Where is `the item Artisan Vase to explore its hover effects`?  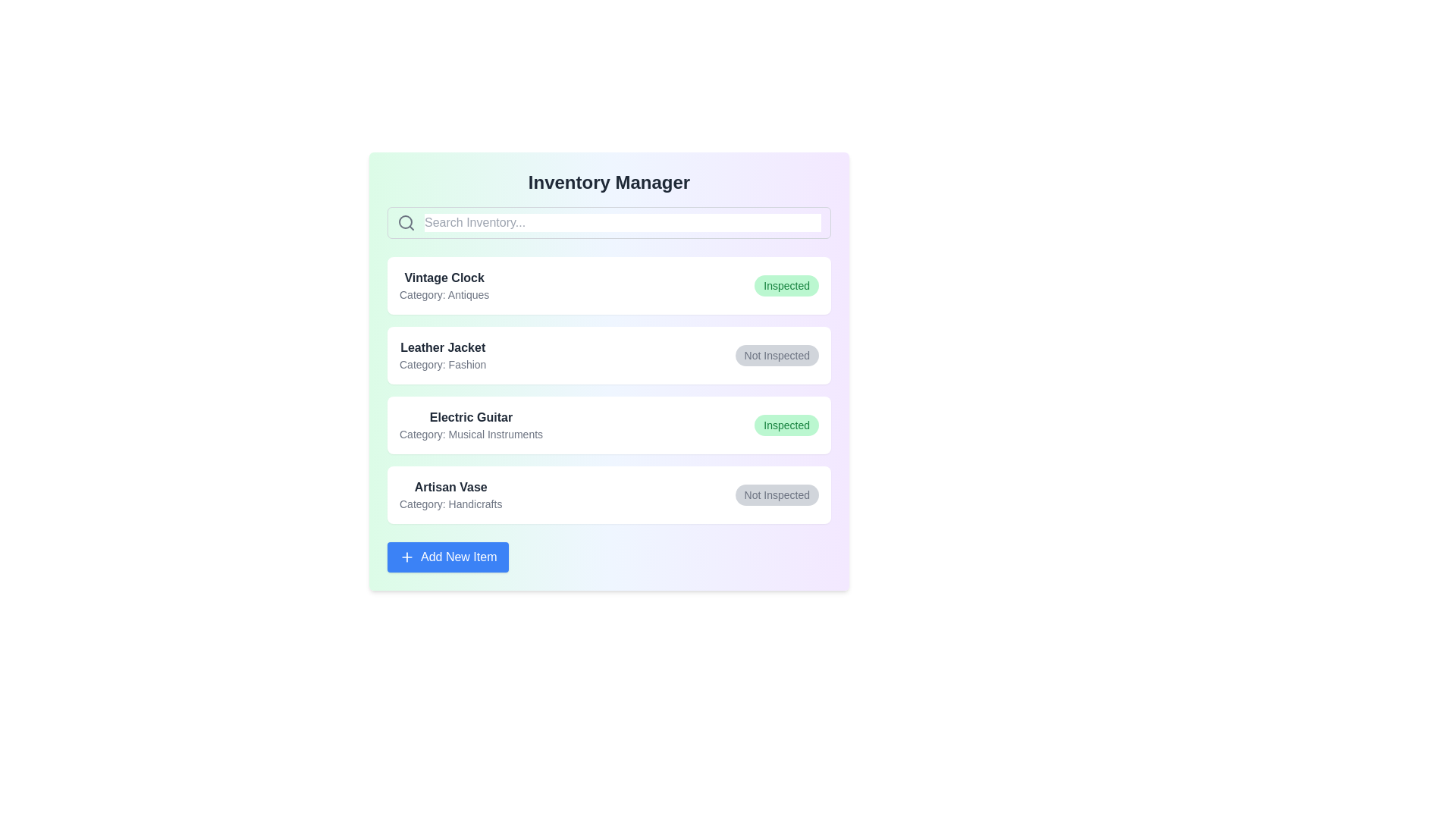 the item Artisan Vase to explore its hover effects is located at coordinates (609, 494).